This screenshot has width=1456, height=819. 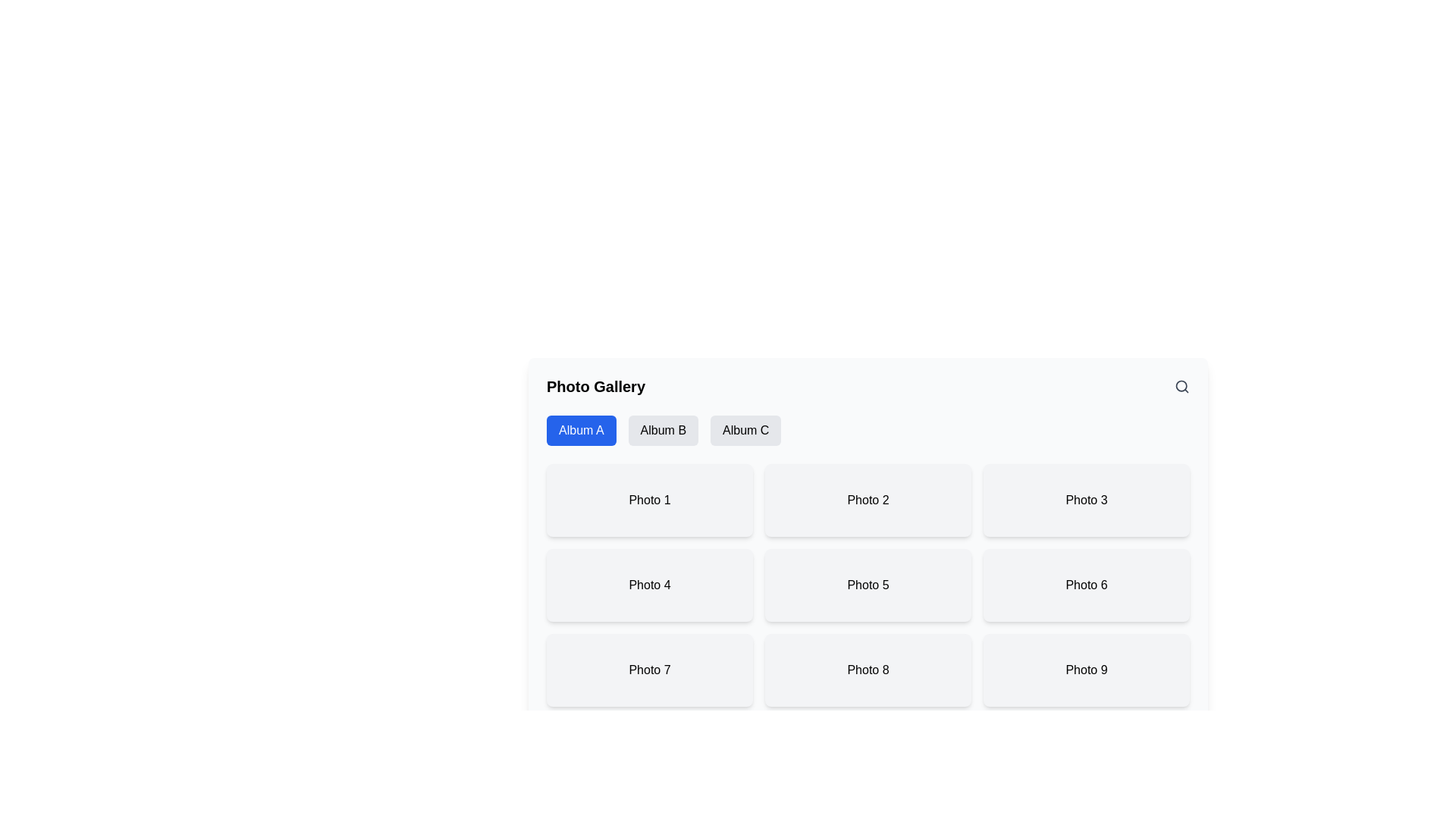 I want to click on the 'Photo 9' button-like card in the grid, so click(x=1086, y=669).